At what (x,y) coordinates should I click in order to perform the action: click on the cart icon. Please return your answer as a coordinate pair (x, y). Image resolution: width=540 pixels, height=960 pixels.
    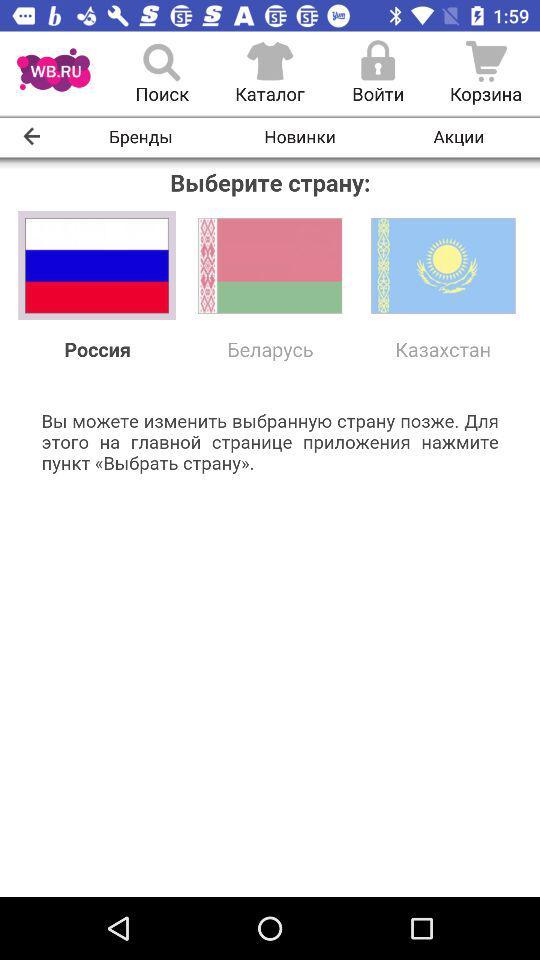
    Looking at the image, I should click on (485, 73).